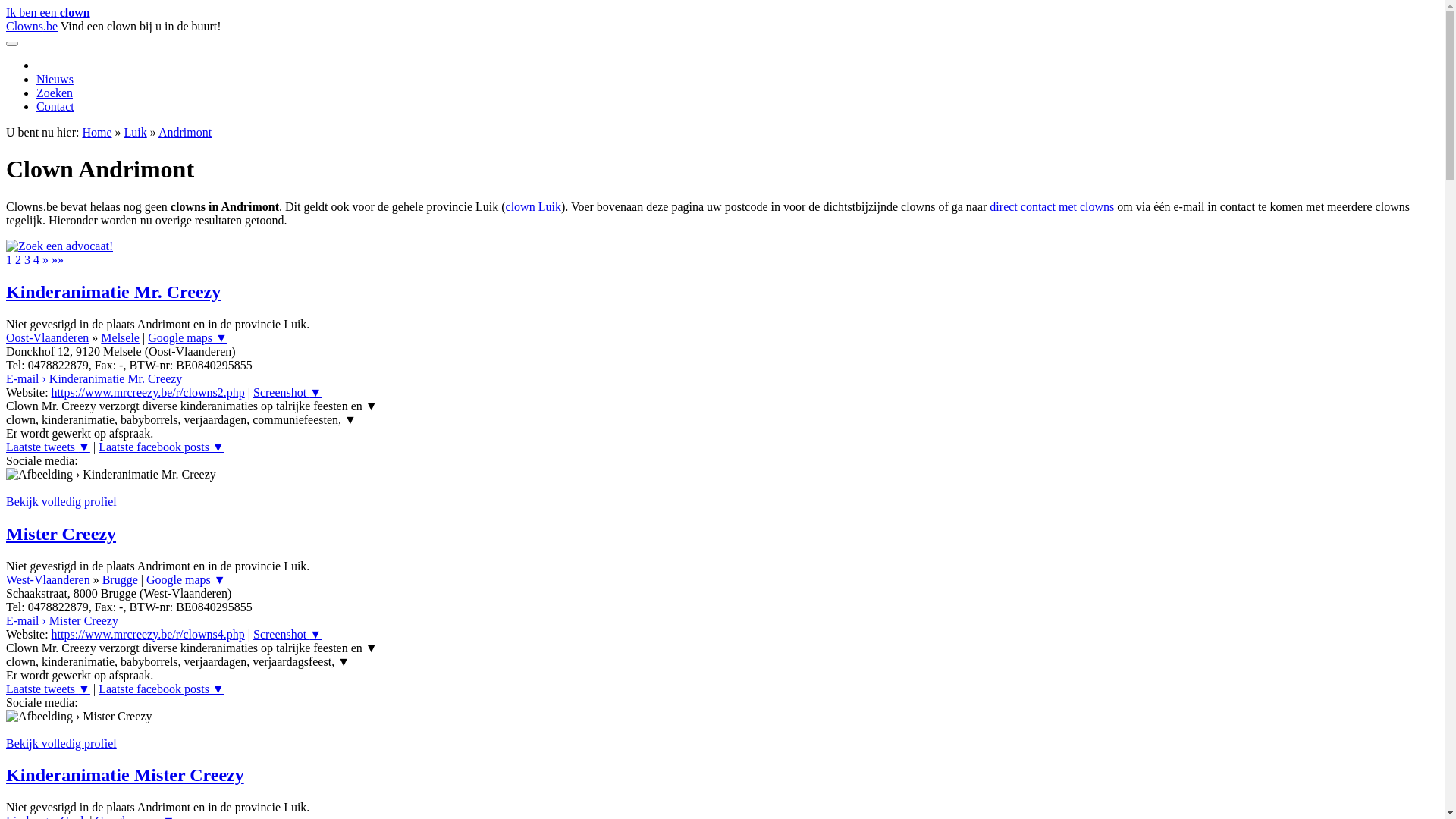  Describe the element at coordinates (119, 337) in the screenshot. I see `'Melsele'` at that location.